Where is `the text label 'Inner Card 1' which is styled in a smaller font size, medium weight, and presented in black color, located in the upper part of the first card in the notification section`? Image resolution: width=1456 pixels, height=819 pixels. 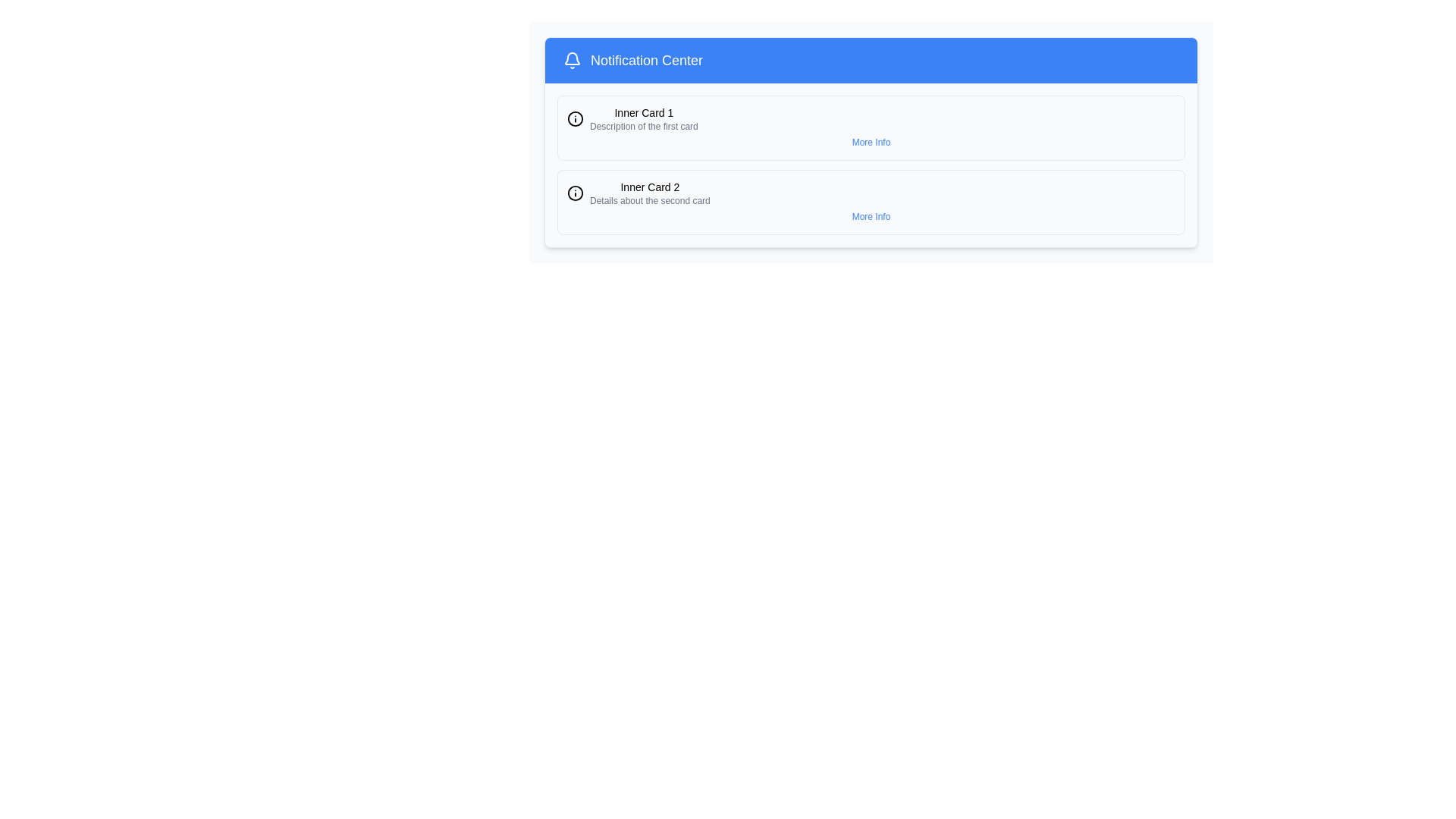
the text label 'Inner Card 1' which is styled in a smaller font size, medium weight, and presented in black color, located in the upper part of the first card in the notification section is located at coordinates (644, 112).